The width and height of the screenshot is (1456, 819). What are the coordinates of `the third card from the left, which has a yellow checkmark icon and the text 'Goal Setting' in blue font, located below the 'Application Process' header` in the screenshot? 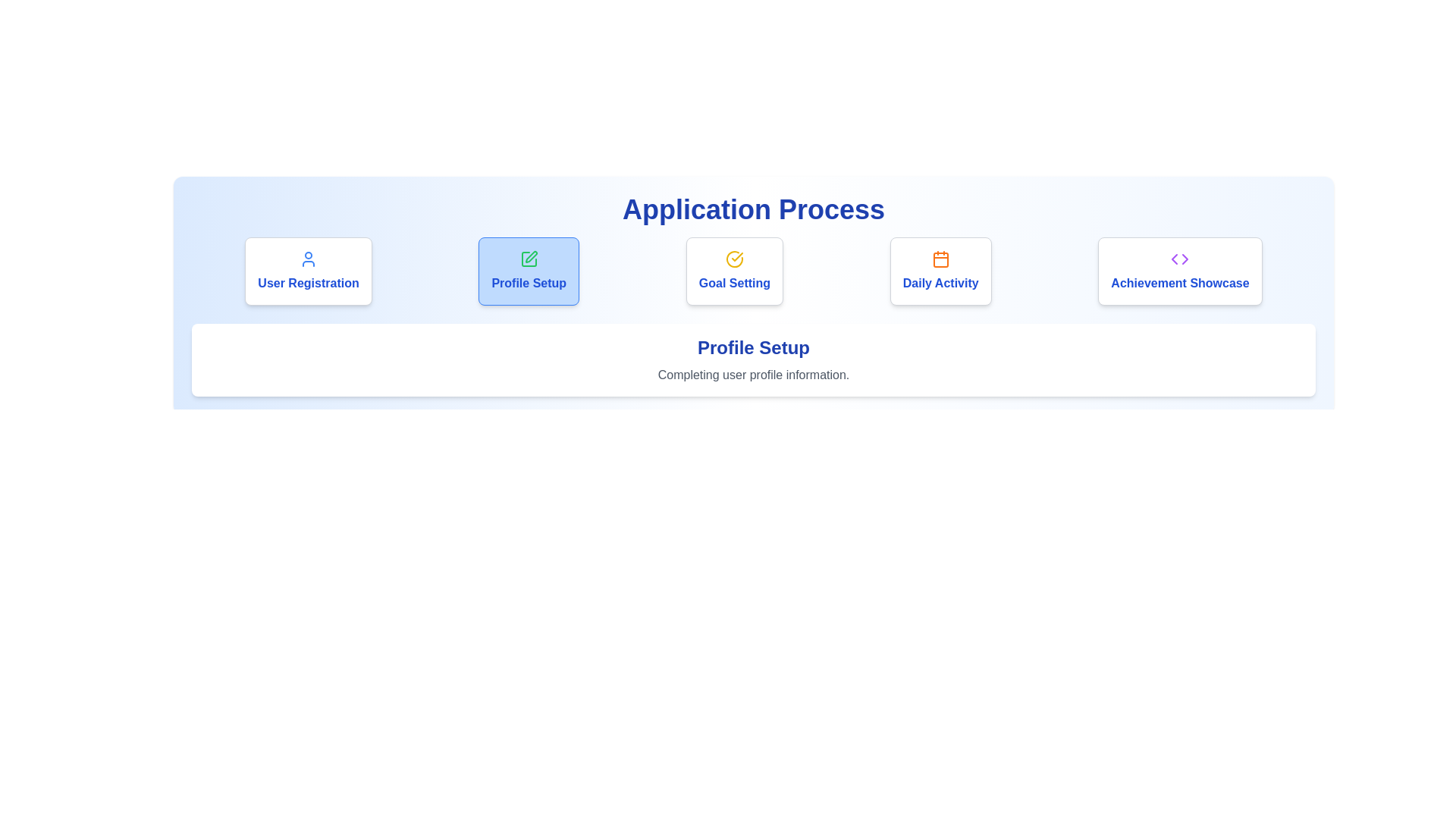 It's located at (735, 271).